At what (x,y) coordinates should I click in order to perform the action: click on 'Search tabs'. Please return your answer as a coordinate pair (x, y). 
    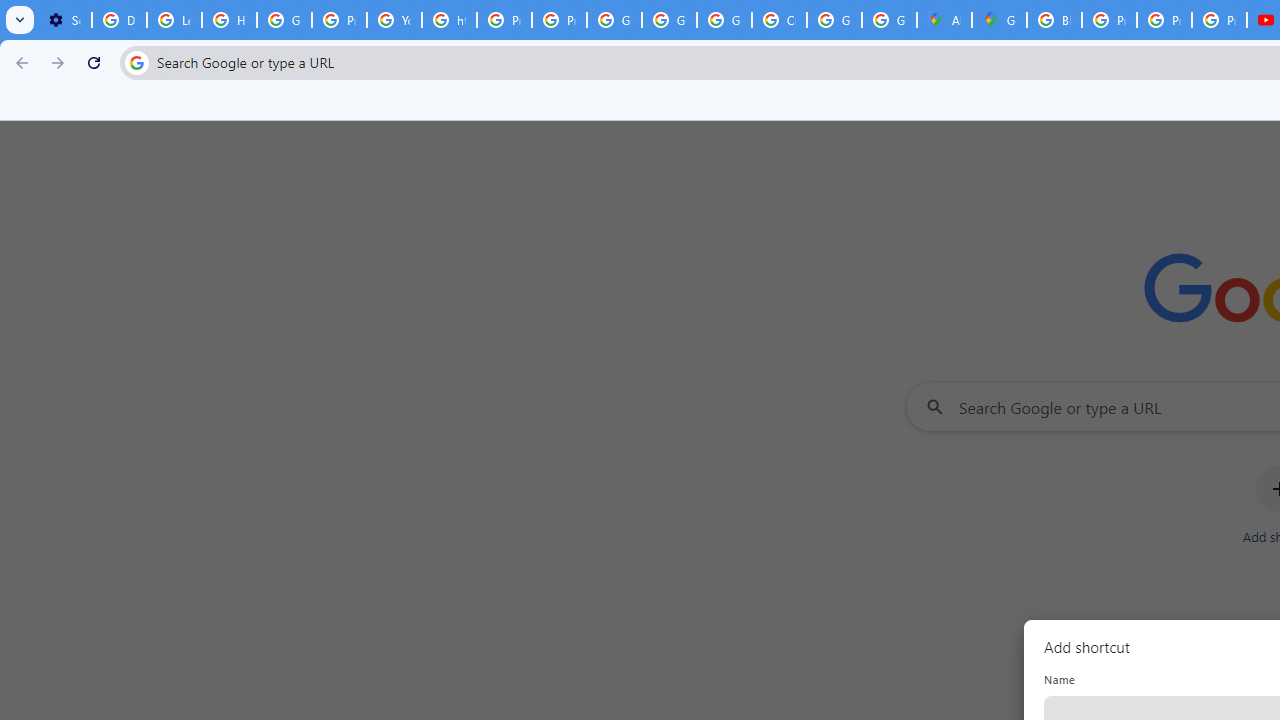
    Looking at the image, I should click on (20, 20).